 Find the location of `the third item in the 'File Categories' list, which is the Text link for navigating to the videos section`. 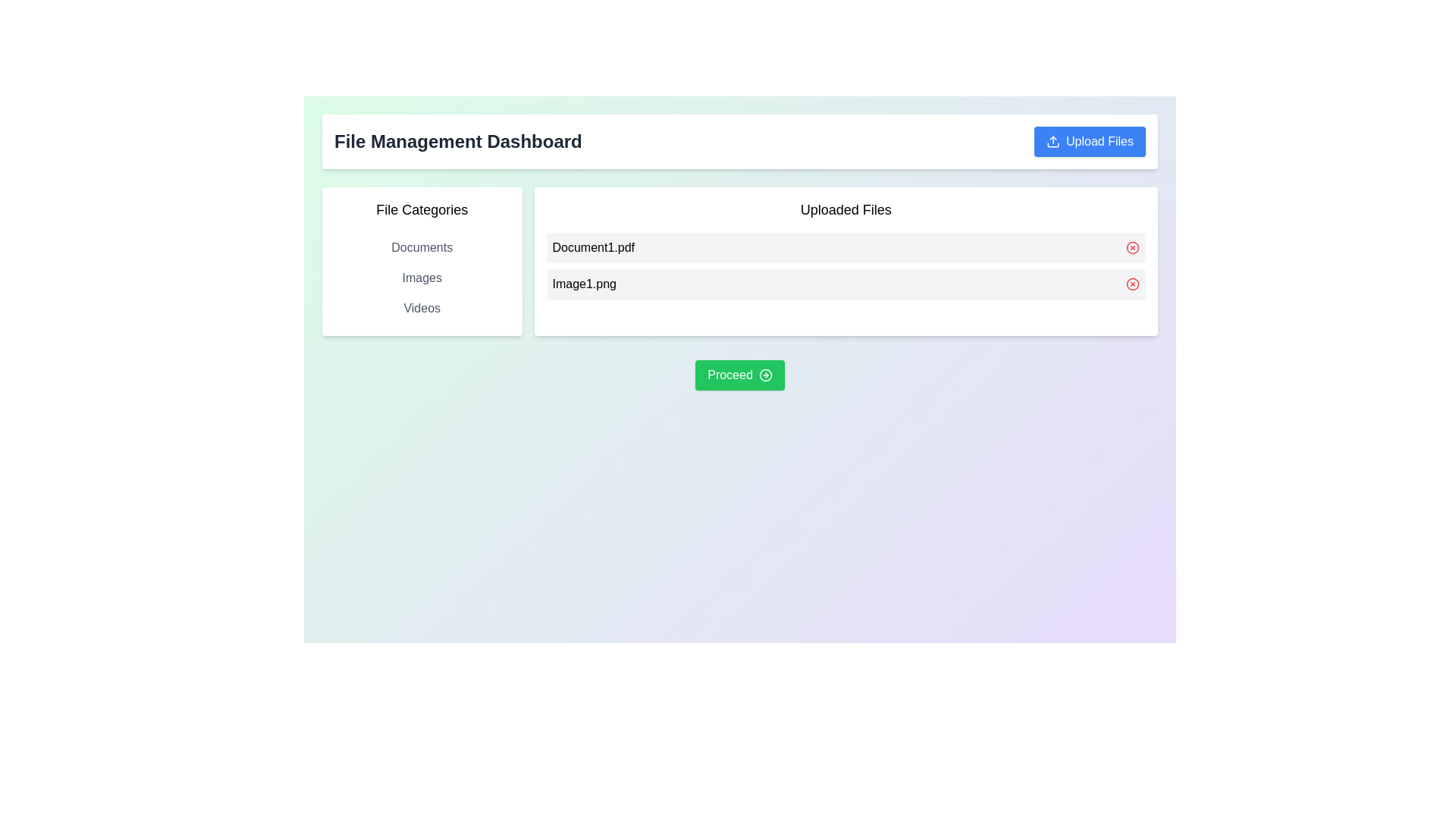

the third item in the 'File Categories' list, which is the Text link for navigating to the videos section is located at coordinates (422, 308).